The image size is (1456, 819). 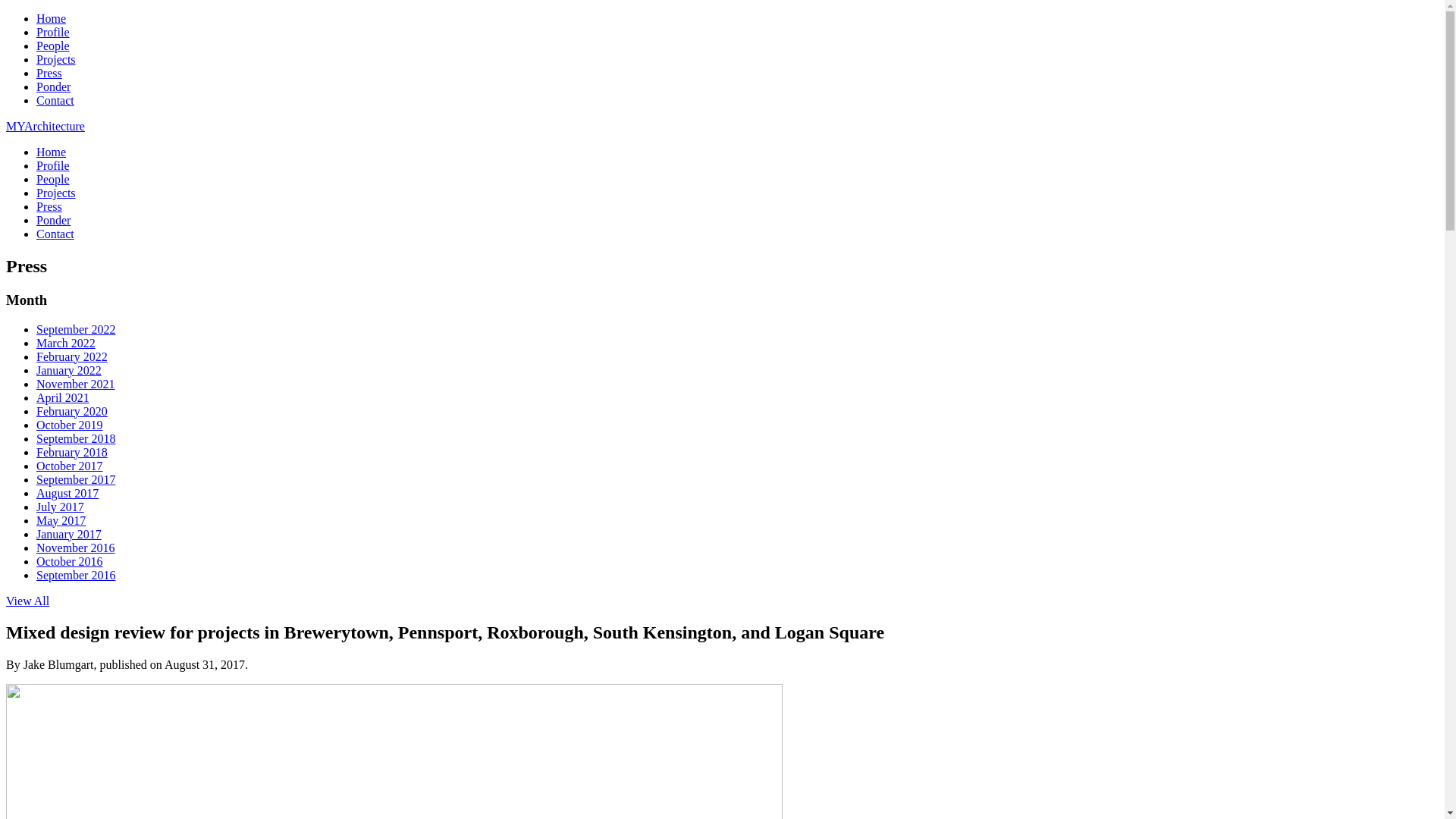 I want to click on 'September 2016', so click(x=75, y=575).